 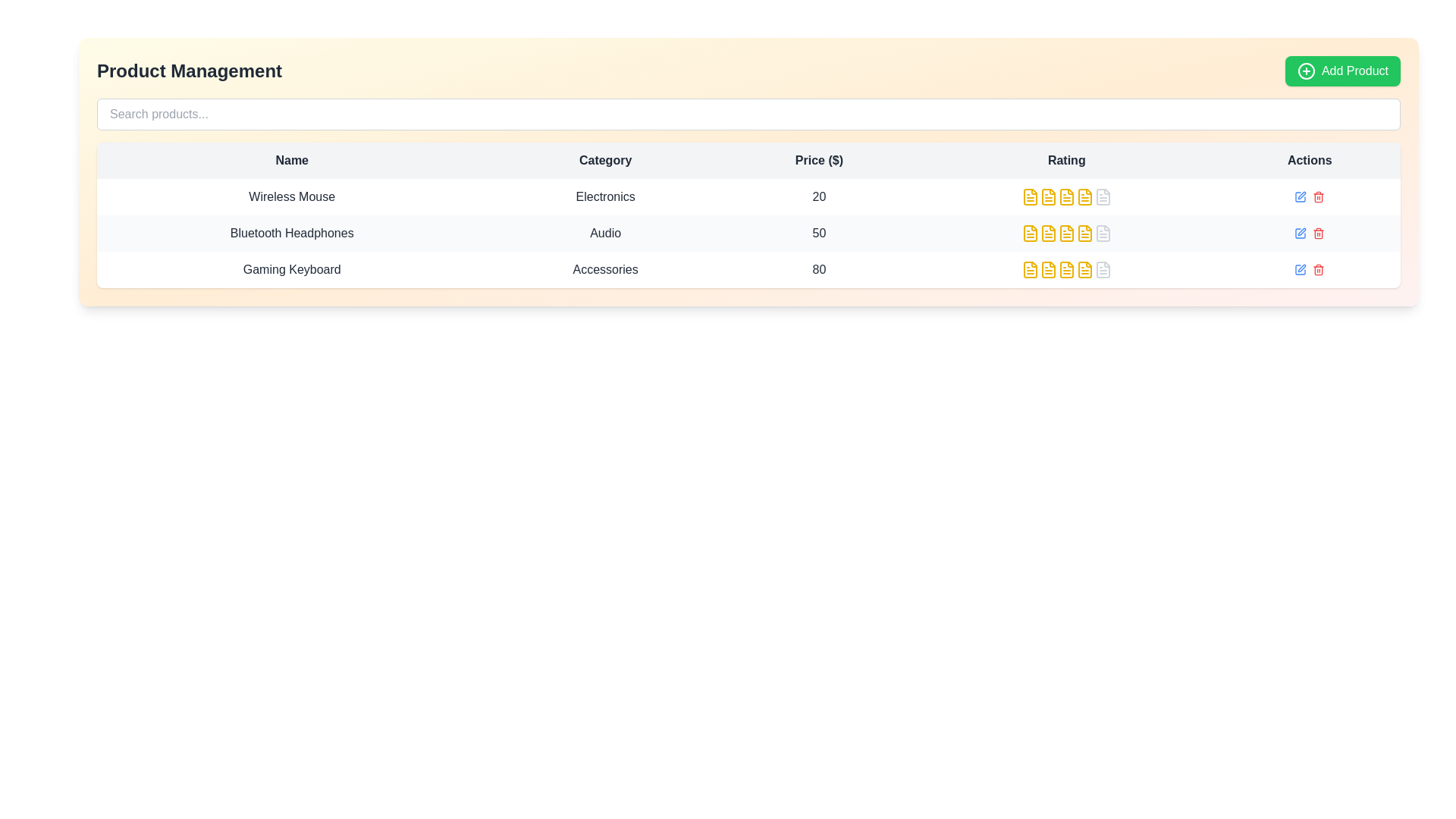 What do you see at coordinates (818, 161) in the screenshot?
I see `the 'Price ($)' column header, which is the third column in the table structure, styled with bold text on a white background` at bounding box center [818, 161].